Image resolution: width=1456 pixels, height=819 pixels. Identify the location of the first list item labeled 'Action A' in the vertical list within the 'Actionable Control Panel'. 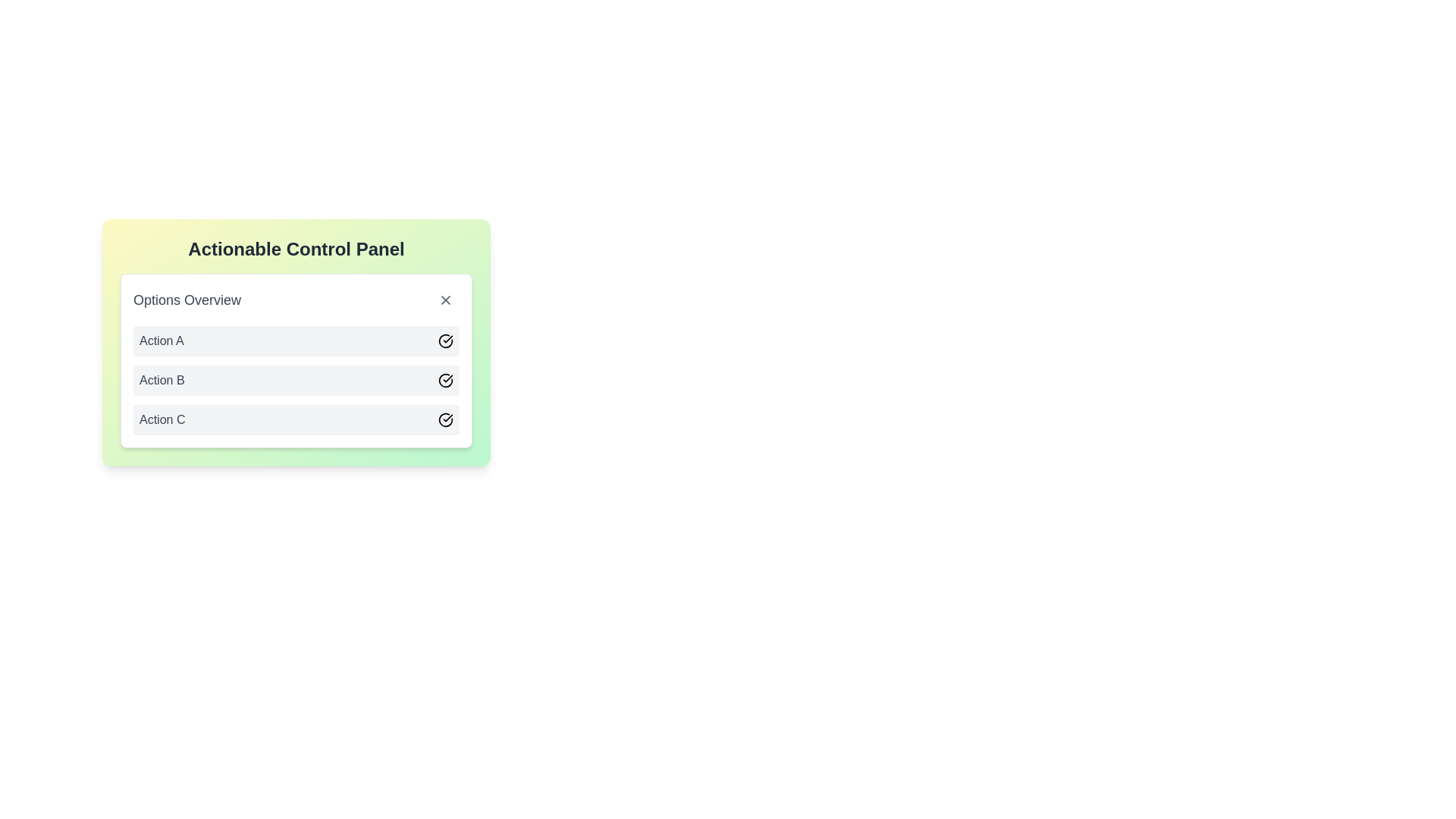
(296, 341).